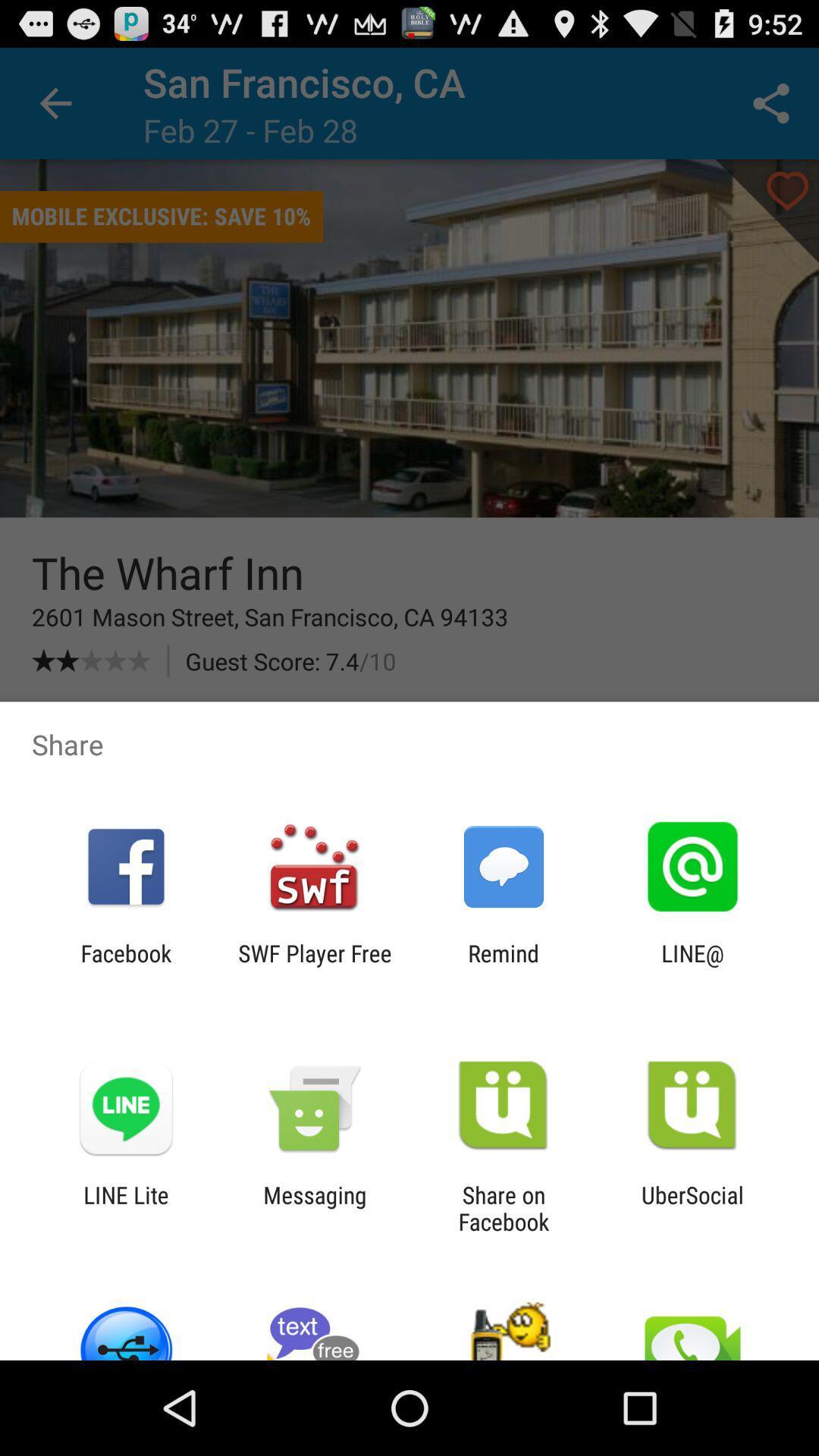 The width and height of the screenshot is (819, 1456). Describe the element at coordinates (125, 1207) in the screenshot. I see `the app to the left of the messaging app` at that location.